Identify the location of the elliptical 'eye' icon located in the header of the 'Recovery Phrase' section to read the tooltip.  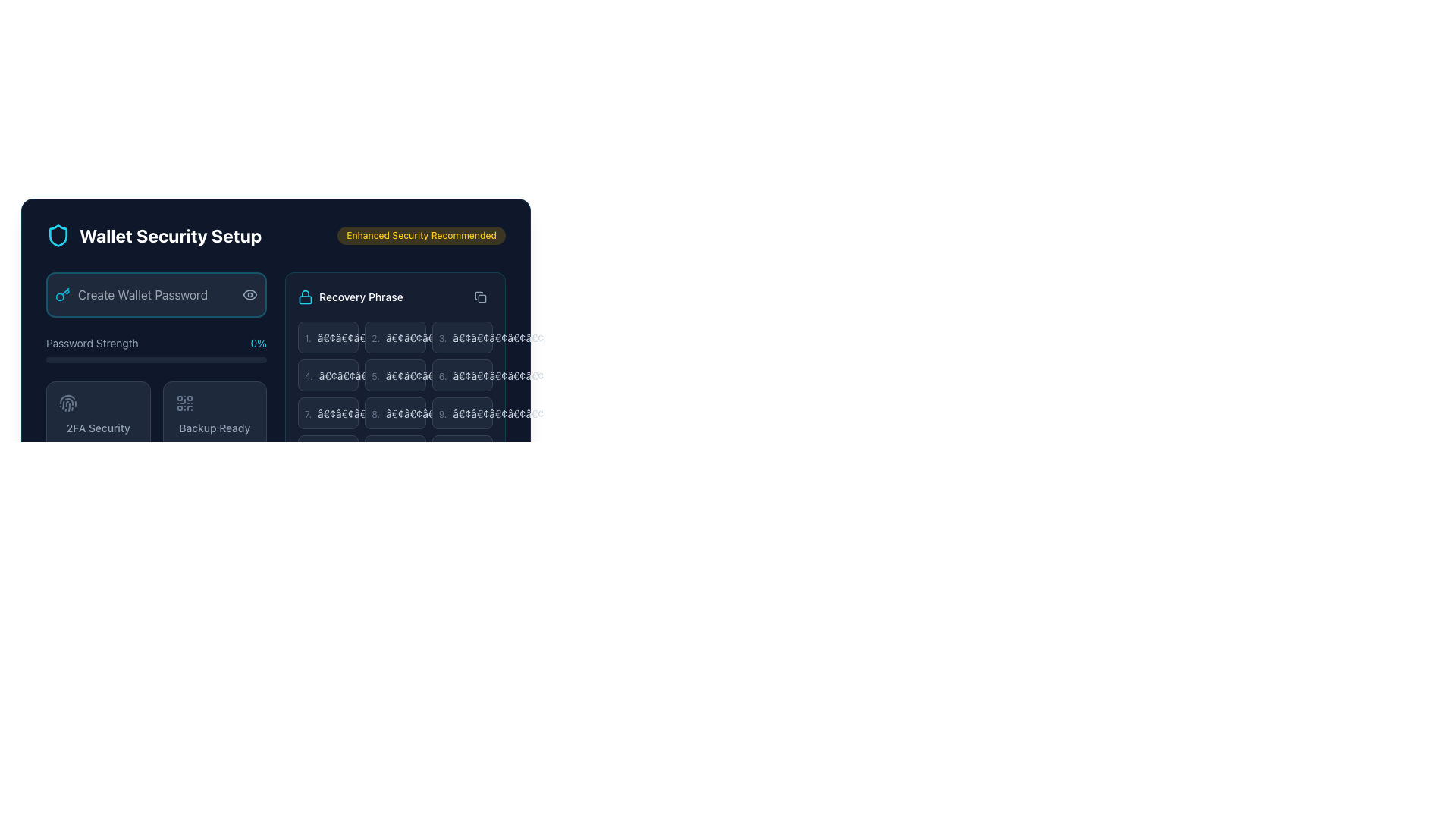
(250, 295).